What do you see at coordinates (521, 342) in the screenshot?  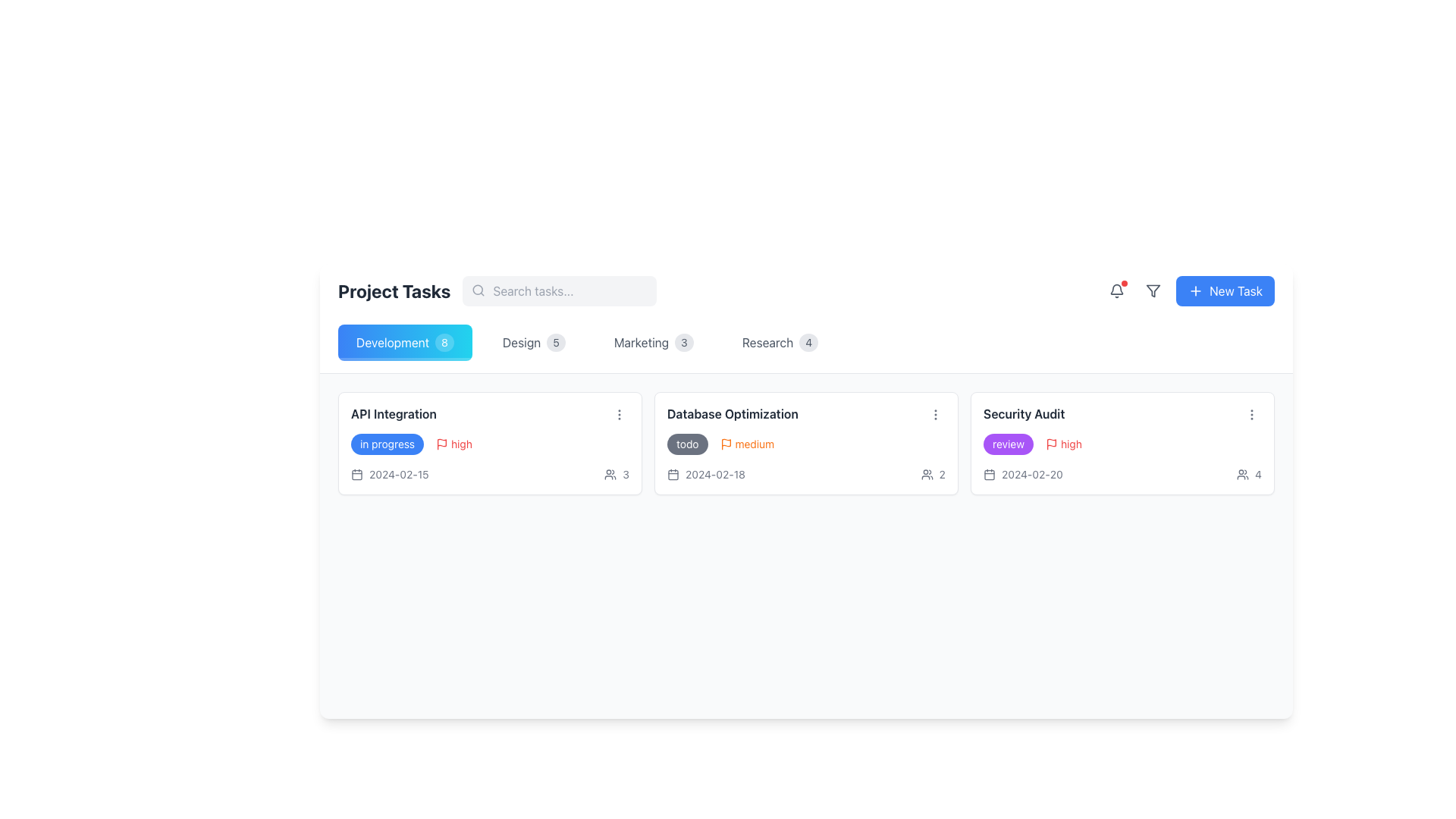 I see `the 'Design' label in the navigation bar` at bounding box center [521, 342].